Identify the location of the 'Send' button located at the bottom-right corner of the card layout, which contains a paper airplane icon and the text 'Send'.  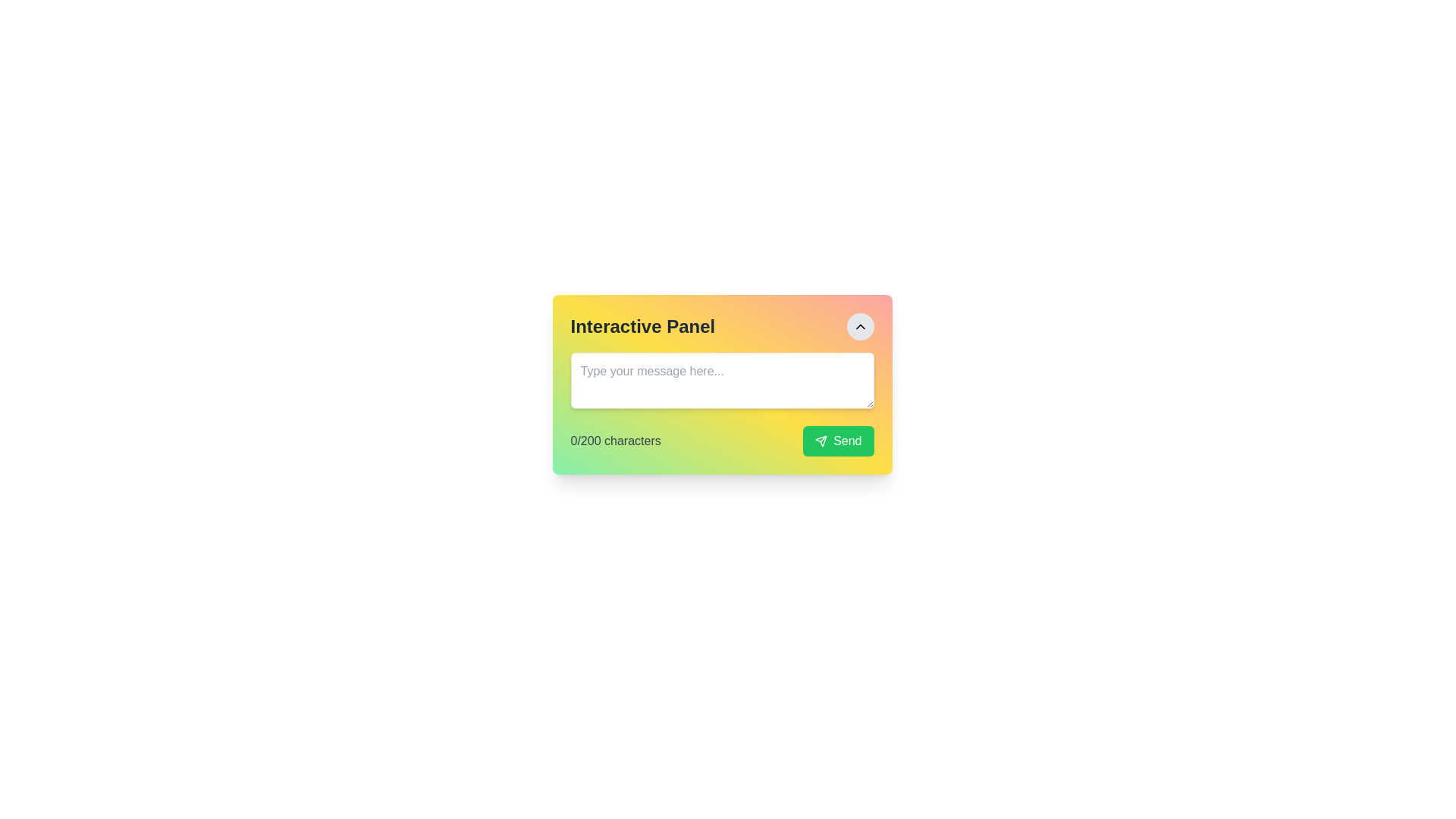
(846, 441).